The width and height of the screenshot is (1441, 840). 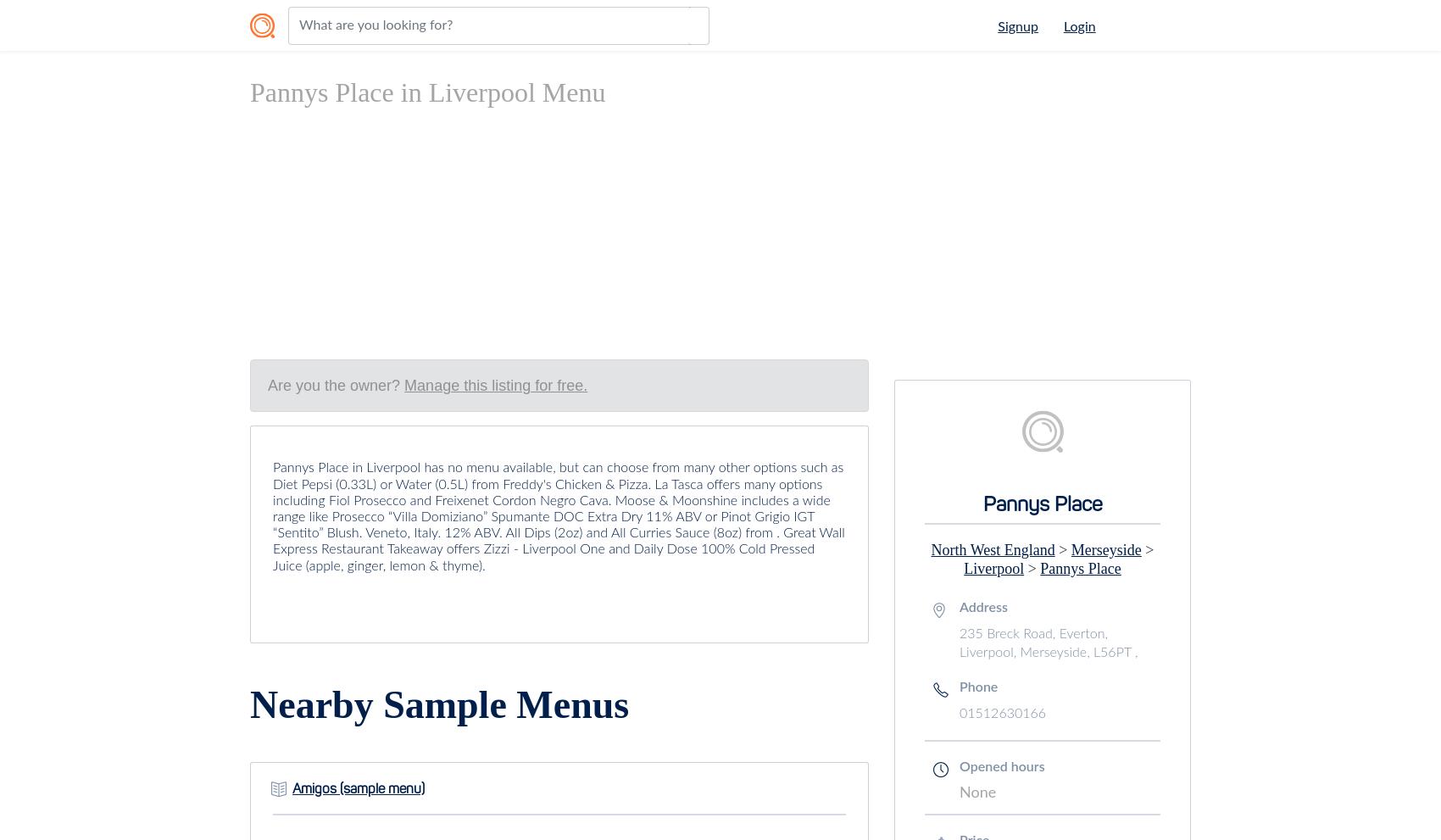 What do you see at coordinates (960, 687) in the screenshot?
I see `'Phone'` at bounding box center [960, 687].